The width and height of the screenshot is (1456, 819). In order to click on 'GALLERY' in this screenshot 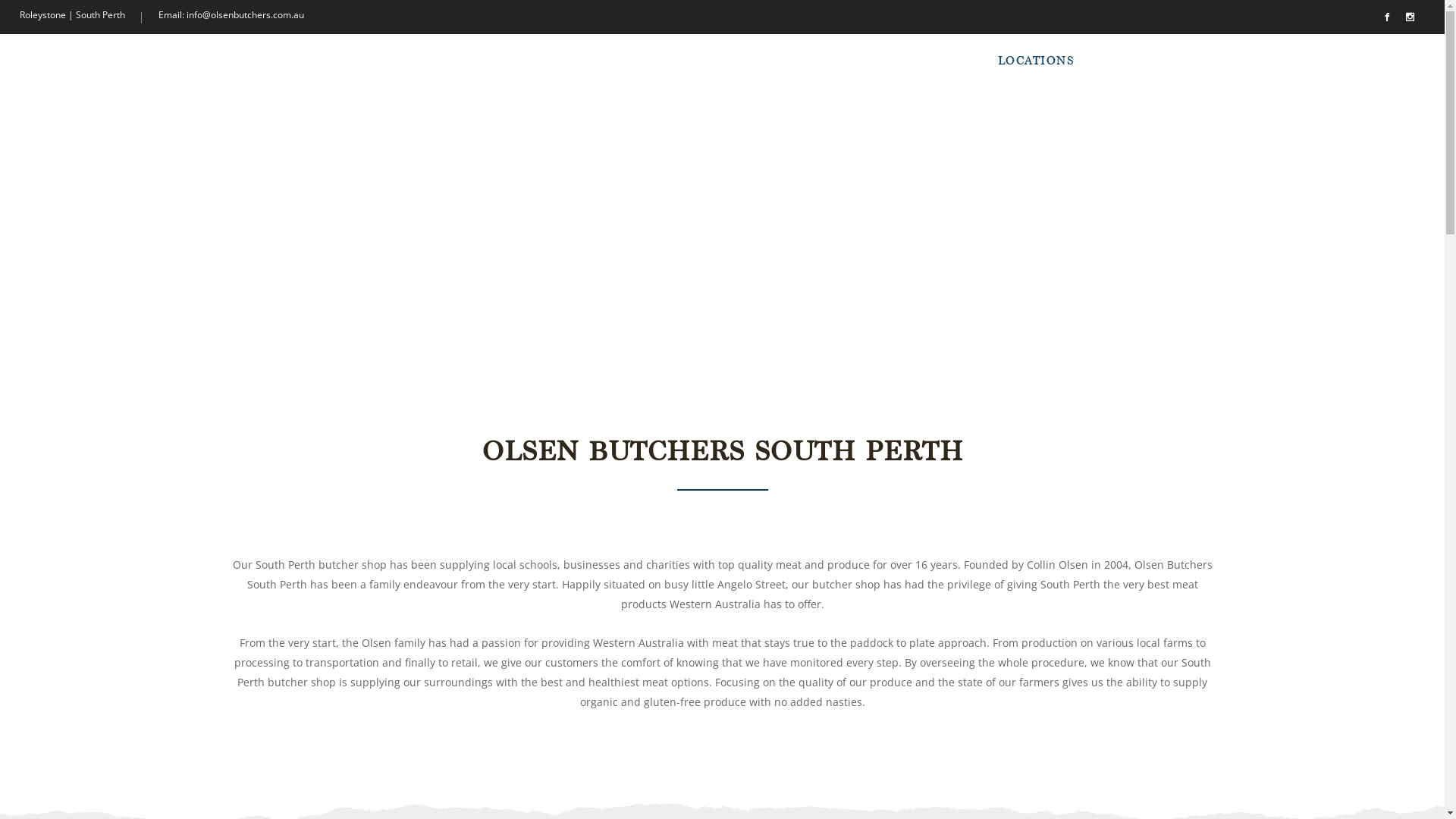, I will do `click(1087, 59)`.